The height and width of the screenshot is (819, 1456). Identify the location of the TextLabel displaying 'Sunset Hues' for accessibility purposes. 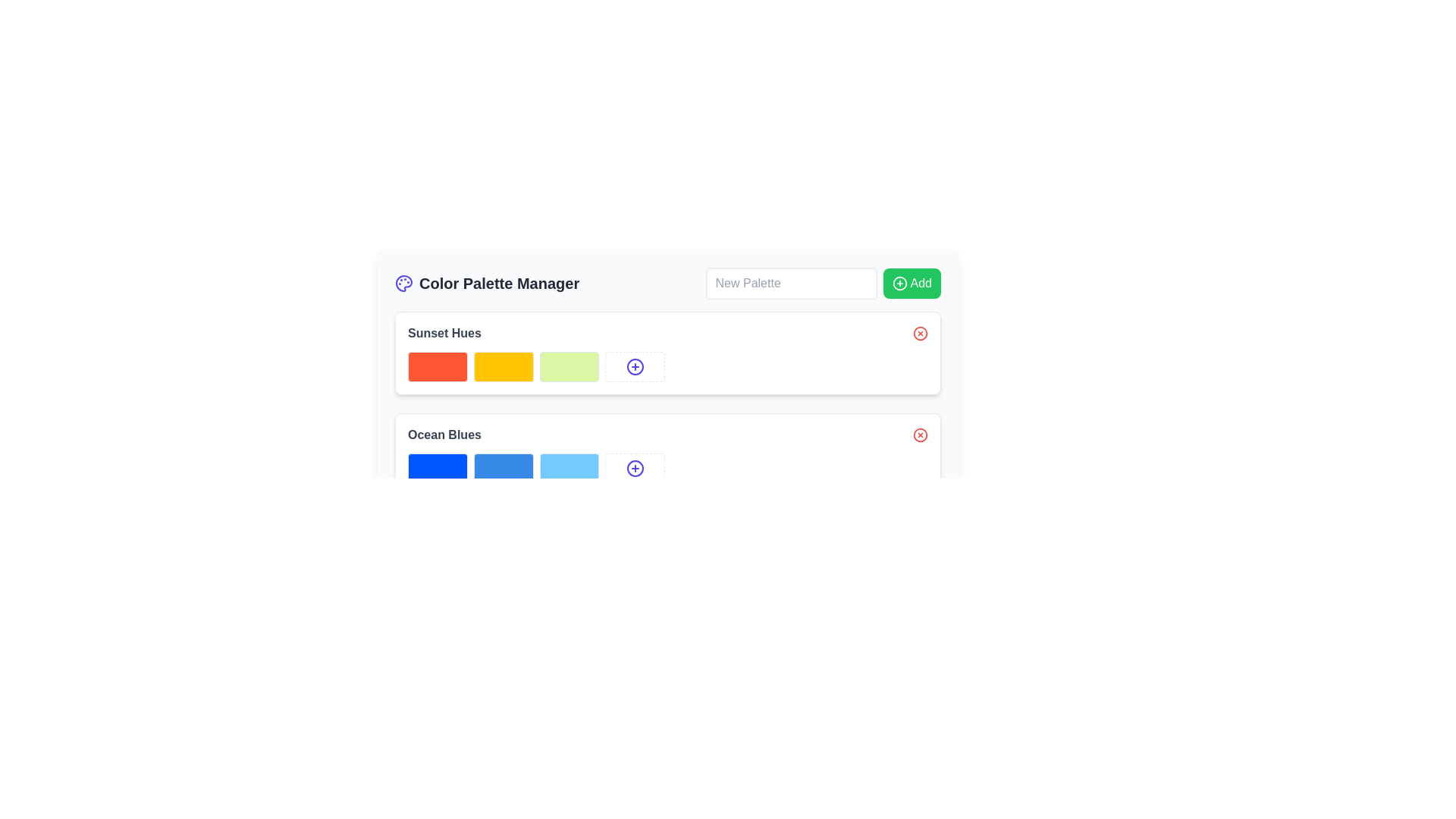
(667, 332).